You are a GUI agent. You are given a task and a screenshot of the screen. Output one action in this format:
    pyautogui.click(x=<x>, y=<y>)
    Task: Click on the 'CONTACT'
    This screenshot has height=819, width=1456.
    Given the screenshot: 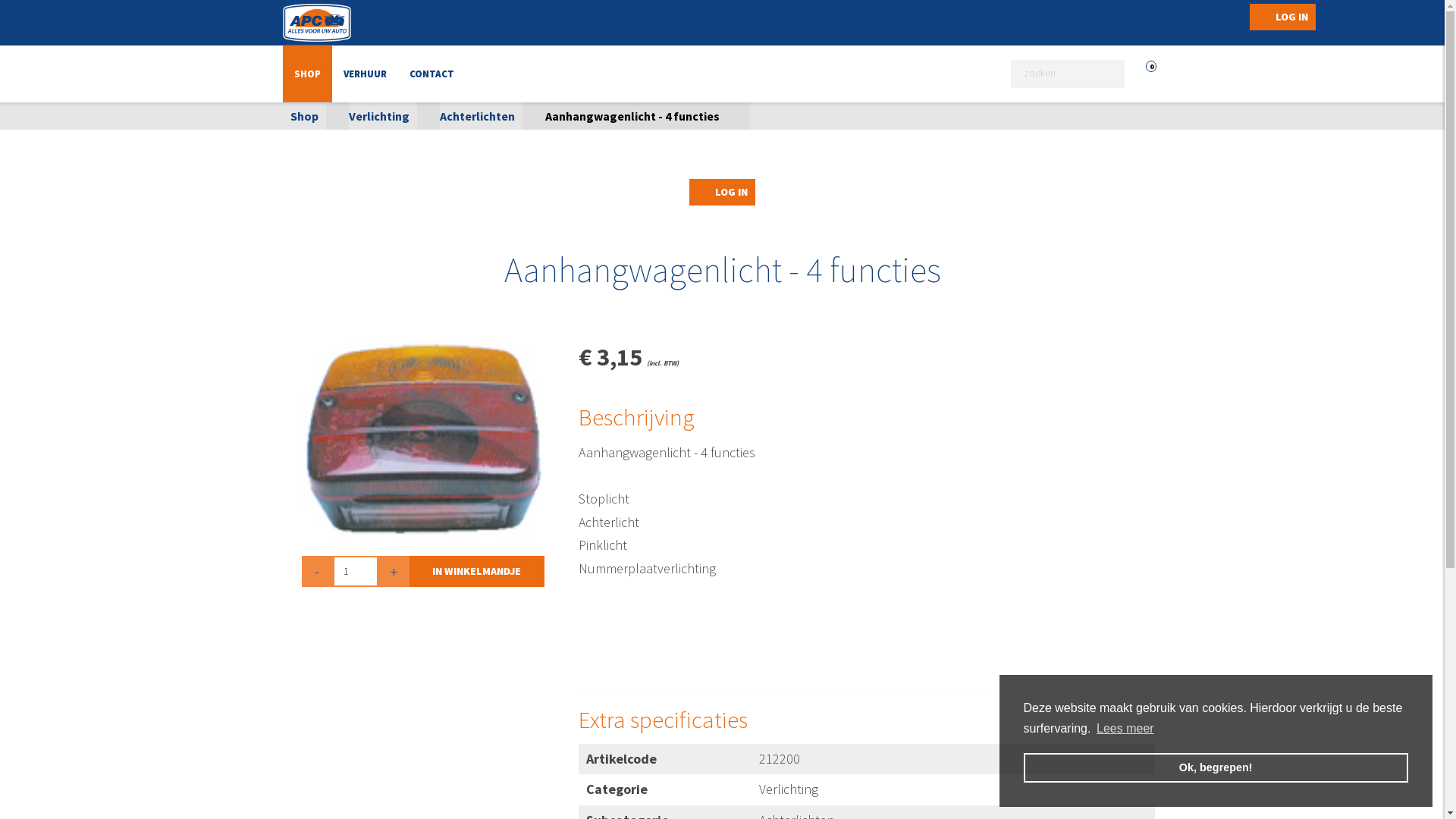 What is the action you would take?
    pyautogui.click(x=430, y=74)
    